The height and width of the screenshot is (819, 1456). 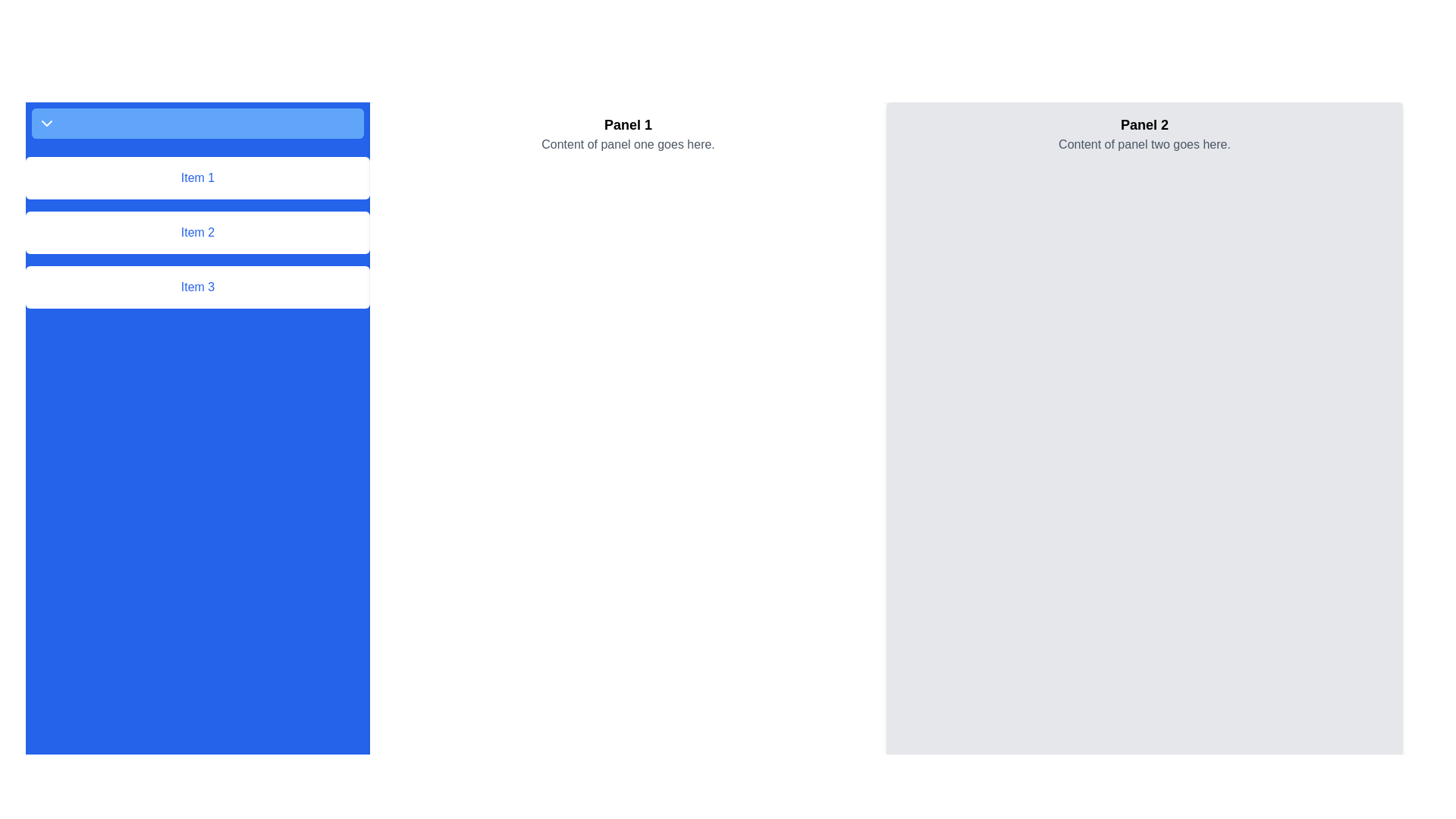 I want to click on the button representing 'Item 2' in the second slot of the vertical stack to trigger the hover effects, so click(x=196, y=233).